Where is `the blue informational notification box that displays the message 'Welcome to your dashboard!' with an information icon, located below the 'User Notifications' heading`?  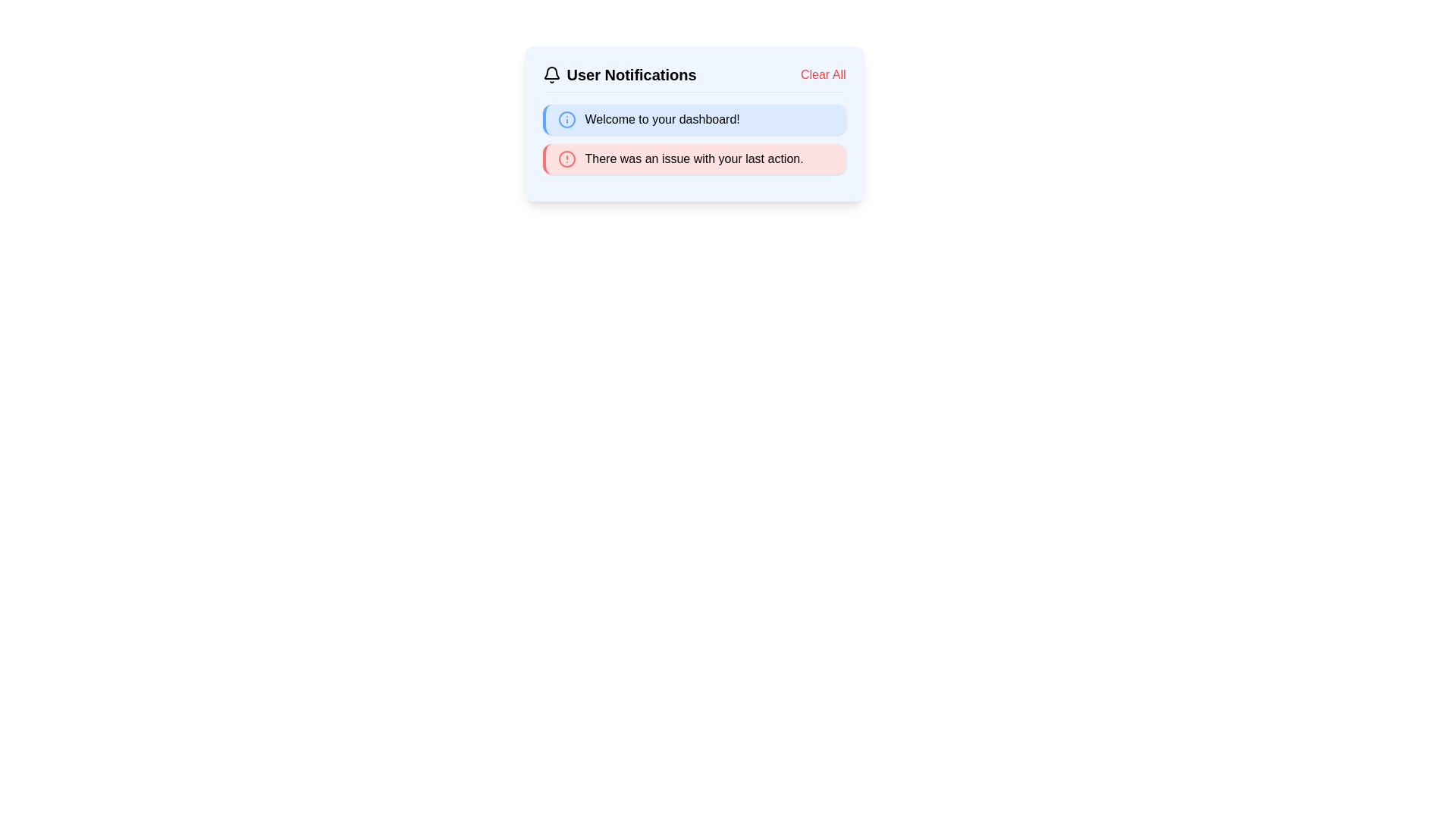
the blue informational notification box that displays the message 'Welcome to your dashboard!' with an information icon, located below the 'User Notifications' heading is located at coordinates (693, 119).